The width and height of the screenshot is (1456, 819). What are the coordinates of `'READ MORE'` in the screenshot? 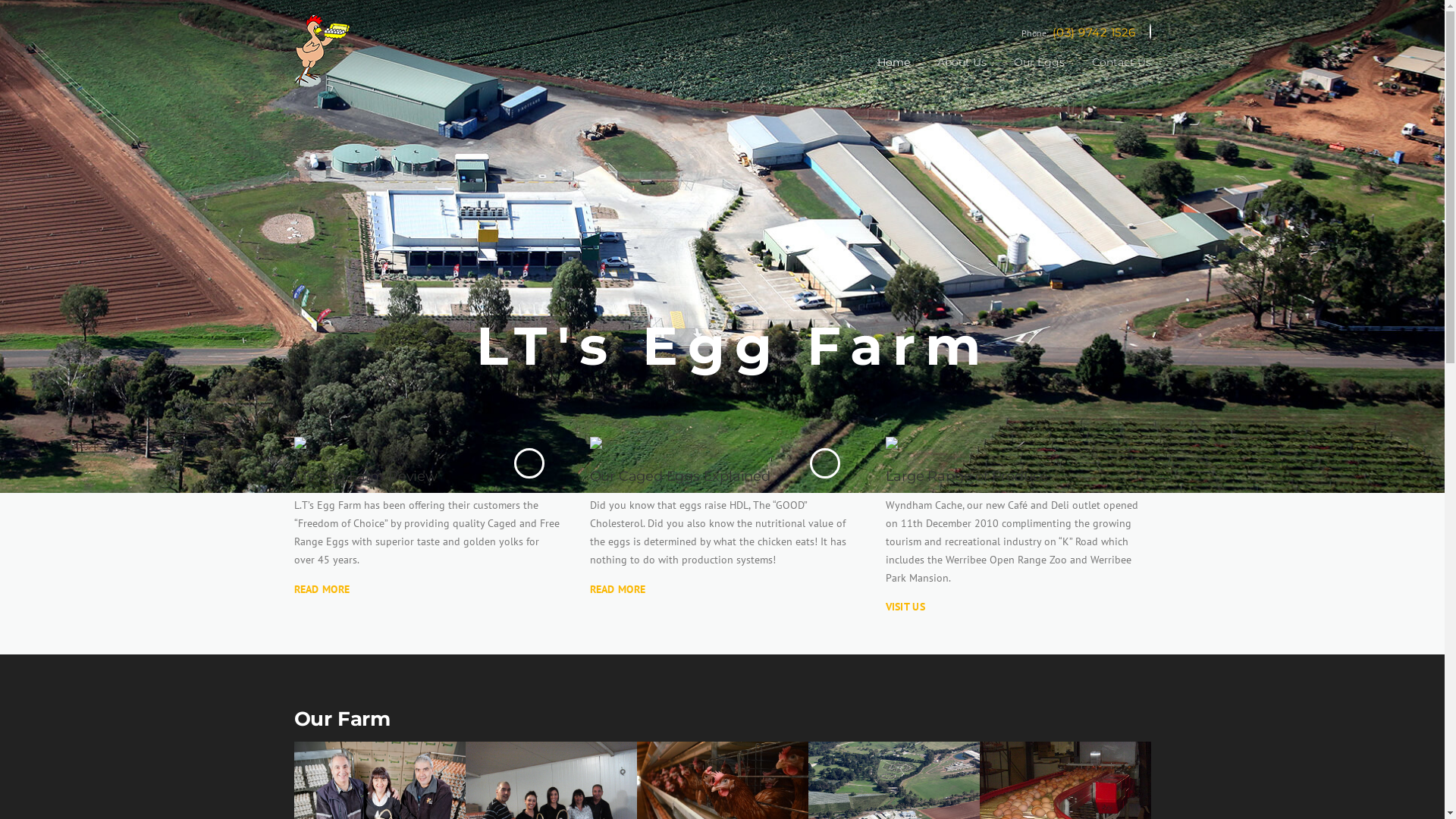 It's located at (618, 588).